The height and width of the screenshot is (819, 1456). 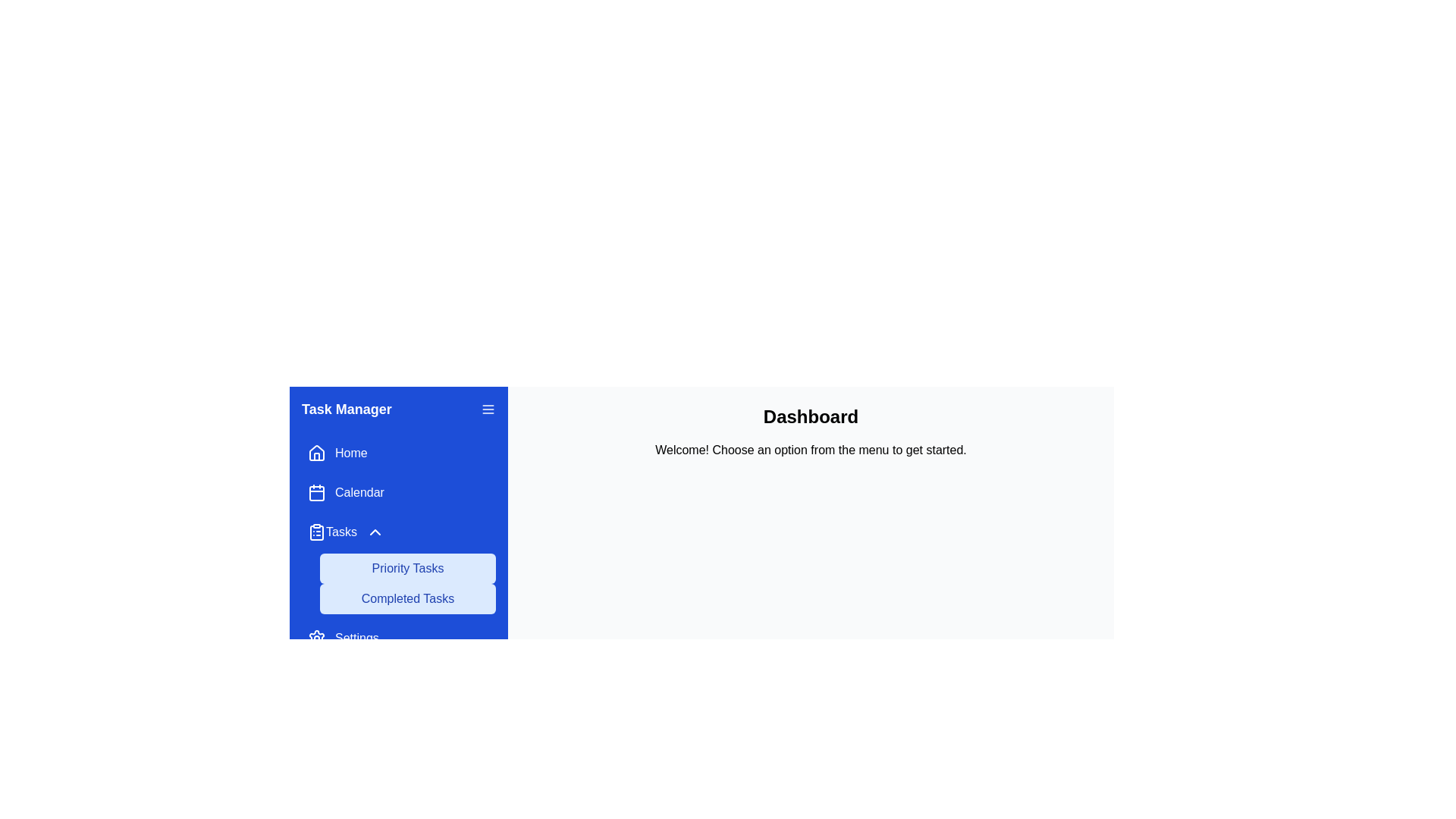 I want to click on the calendar icon, which is the first icon on the left side of the 'Calendar' button in the sidebar, between the 'Home' and 'Tasks' options, so click(x=315, y=493).